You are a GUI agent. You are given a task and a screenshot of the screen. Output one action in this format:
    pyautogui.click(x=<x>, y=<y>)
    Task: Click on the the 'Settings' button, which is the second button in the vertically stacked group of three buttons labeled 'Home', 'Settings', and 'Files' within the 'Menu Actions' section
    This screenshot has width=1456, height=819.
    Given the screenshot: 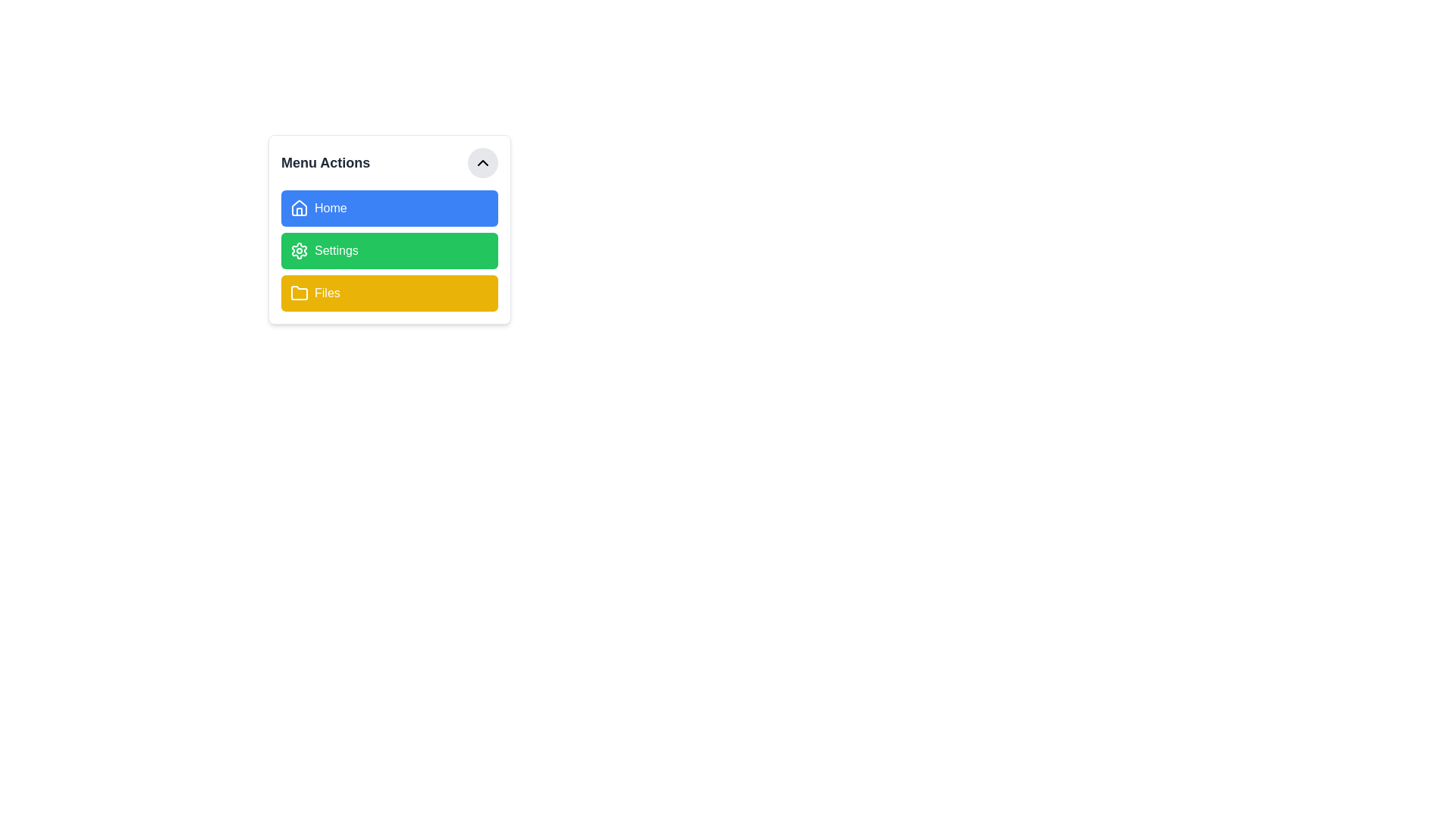 What is the action you would take?
    pyautogui.click(x=389, y=250)
    